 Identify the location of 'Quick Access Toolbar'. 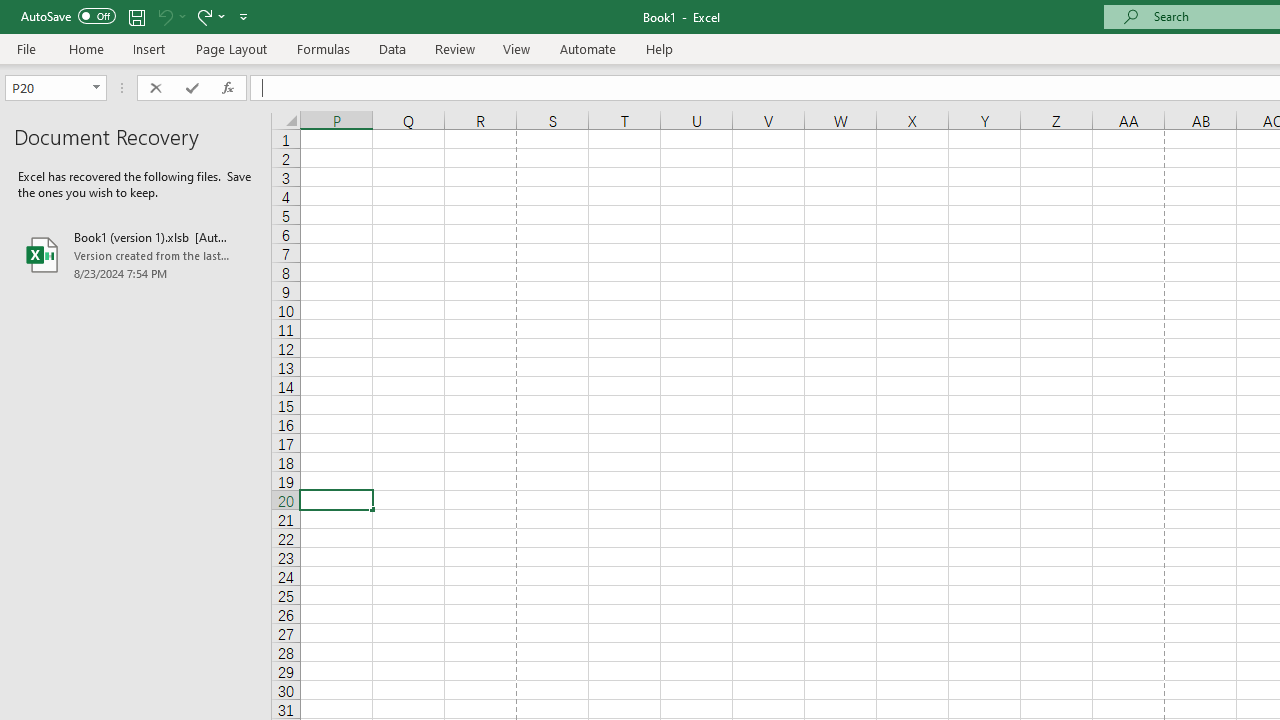
(135, 16).